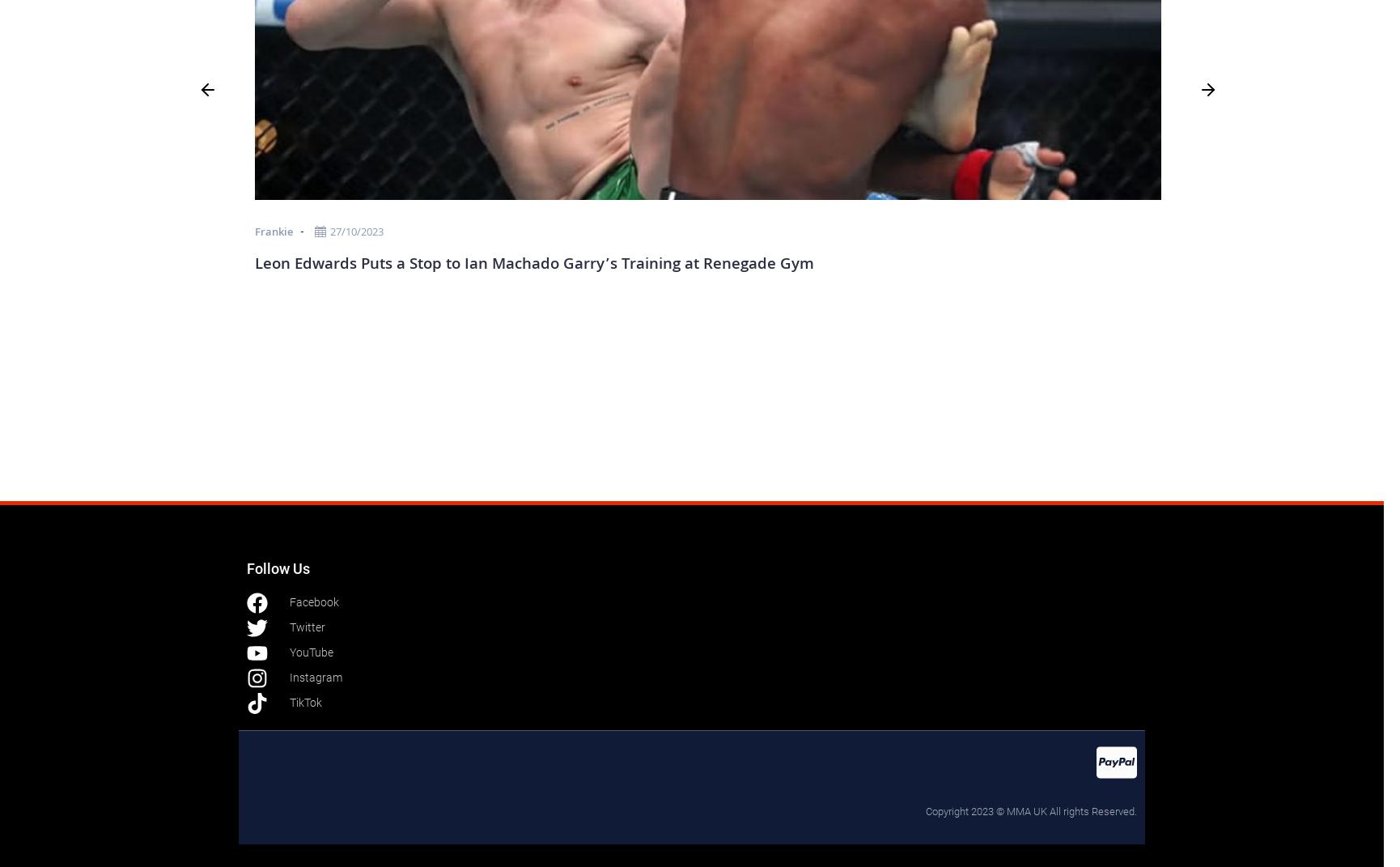 Image resolution: width=1400 pixels, height=867 pixels. What do you see at coordinates (289, 676) in the screenshot?
I see `'Instagram'` at bounding box center [289, 676].